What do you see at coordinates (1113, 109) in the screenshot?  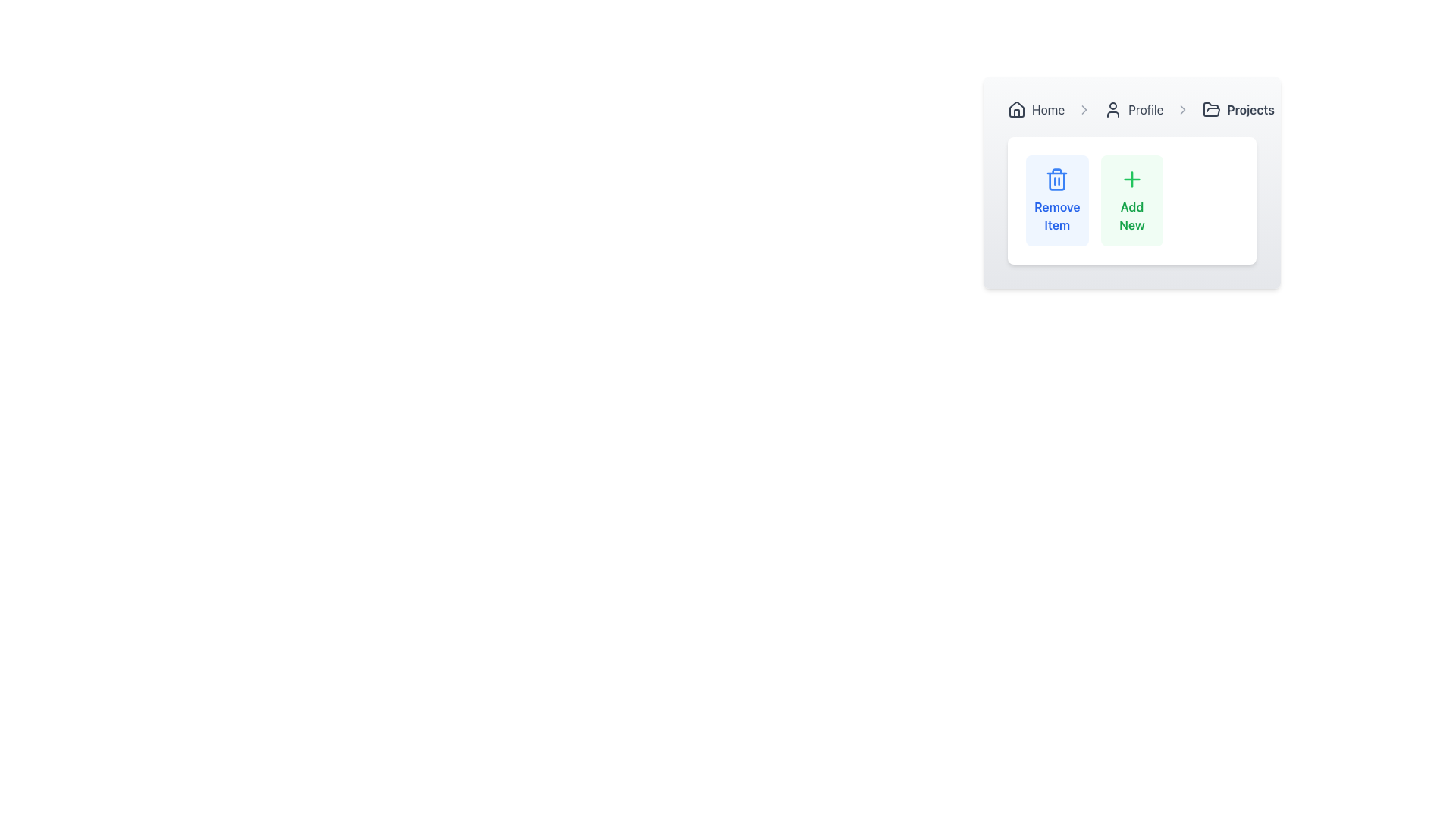 I see `the user profile icon, which is a minimalistic line drawing of a person located to the left of the 'Profile' text in the breadcrumb navigation` at bounding box center [1113, 109].